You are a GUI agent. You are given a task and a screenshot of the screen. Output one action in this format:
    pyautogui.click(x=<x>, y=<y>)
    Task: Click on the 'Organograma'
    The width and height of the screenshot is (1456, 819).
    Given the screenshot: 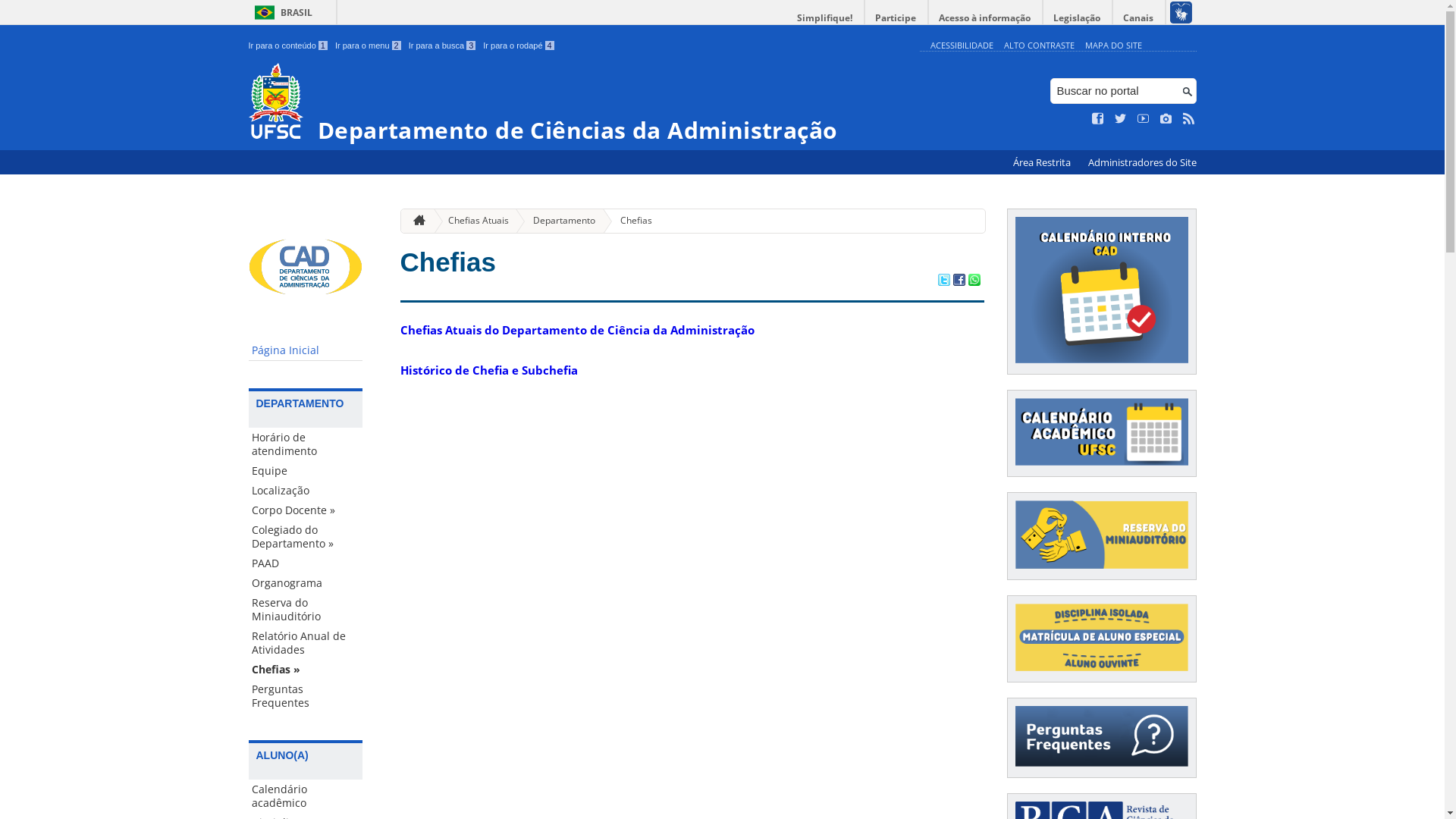 What is the action you would take?
    pyautogui.click(x=305, y=582)
    